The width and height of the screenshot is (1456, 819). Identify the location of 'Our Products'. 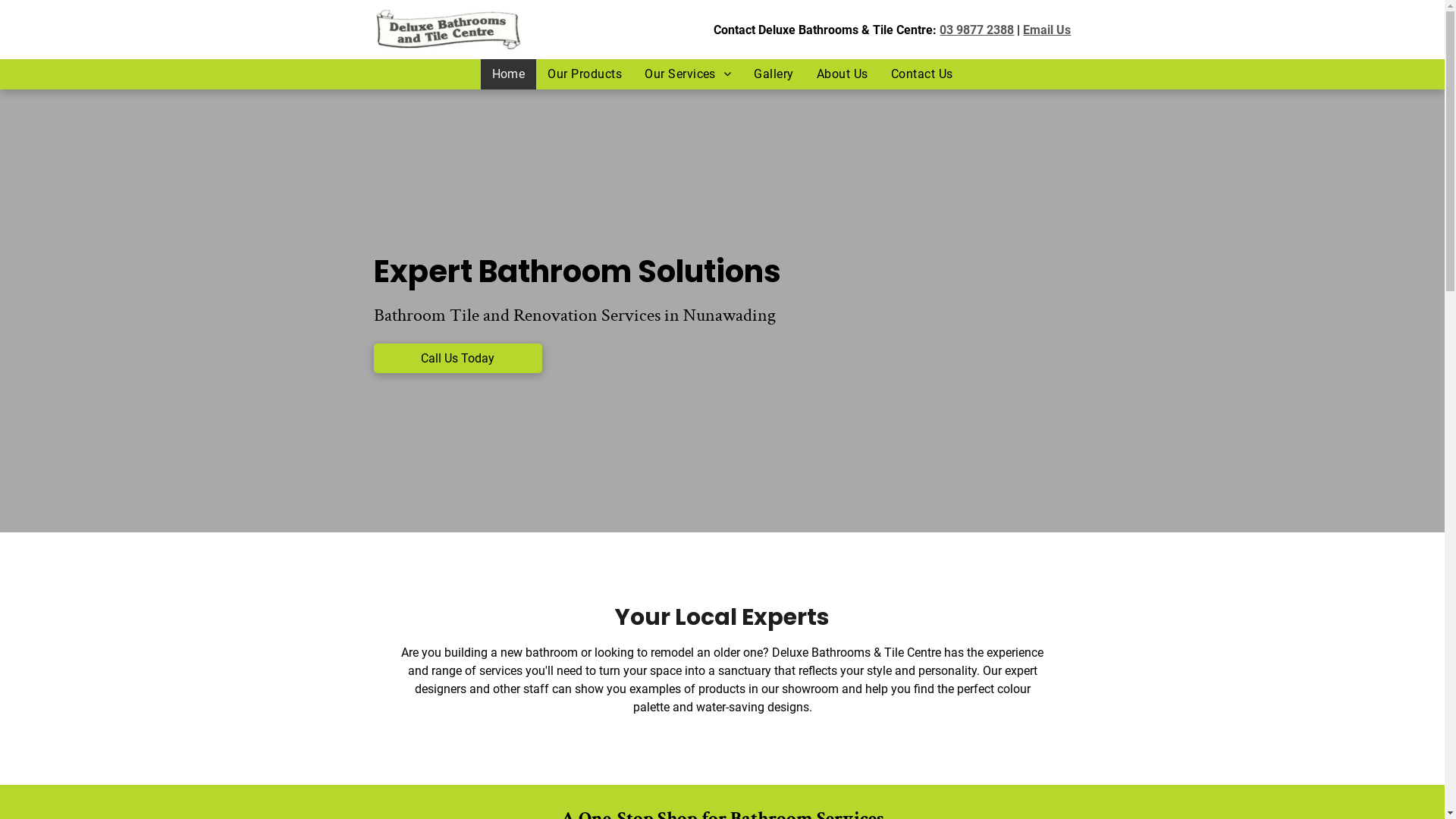
(584, 74).